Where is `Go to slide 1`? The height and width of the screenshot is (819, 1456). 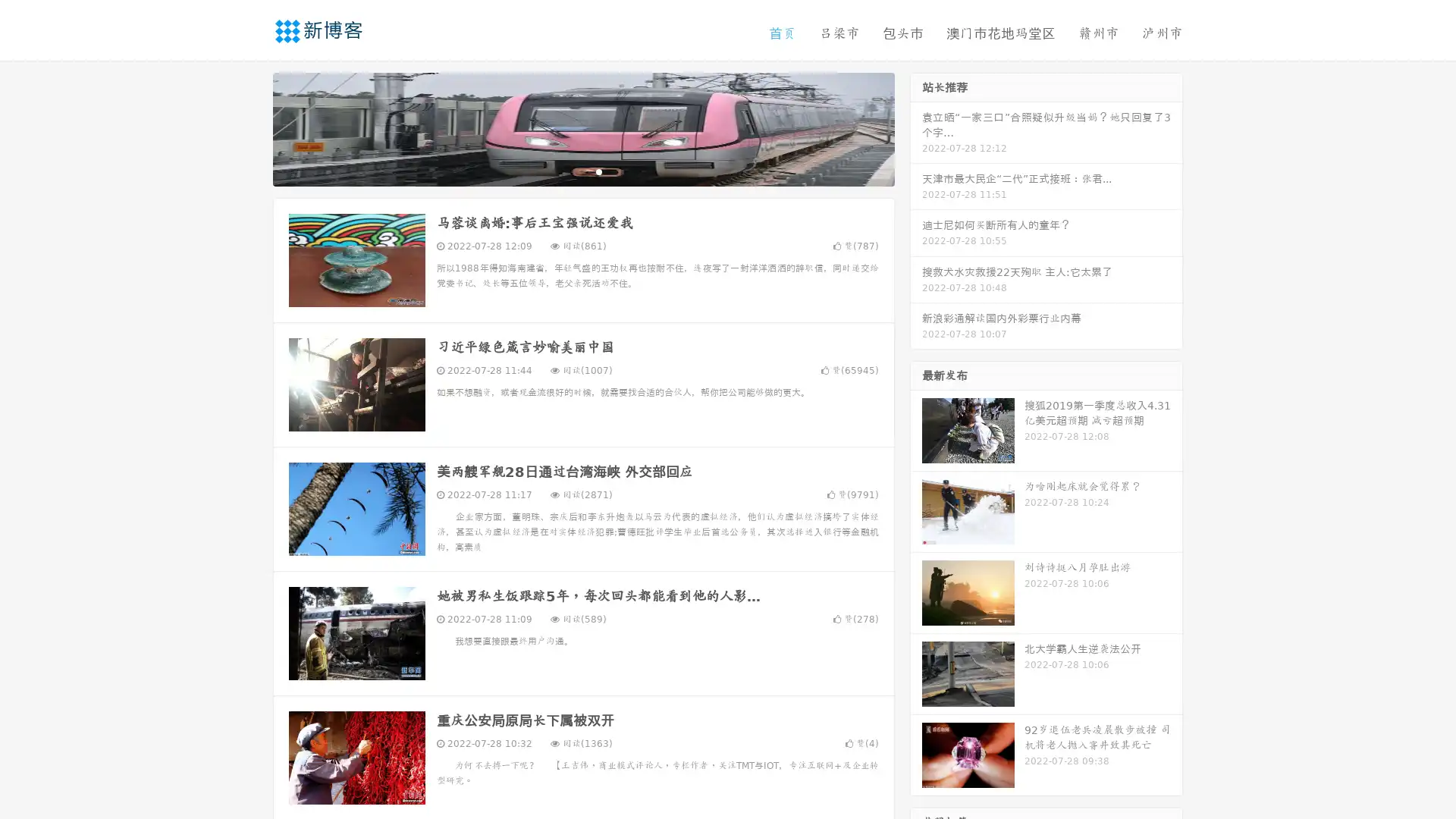 Go to slide 1 is located at coordinates (567, 171).